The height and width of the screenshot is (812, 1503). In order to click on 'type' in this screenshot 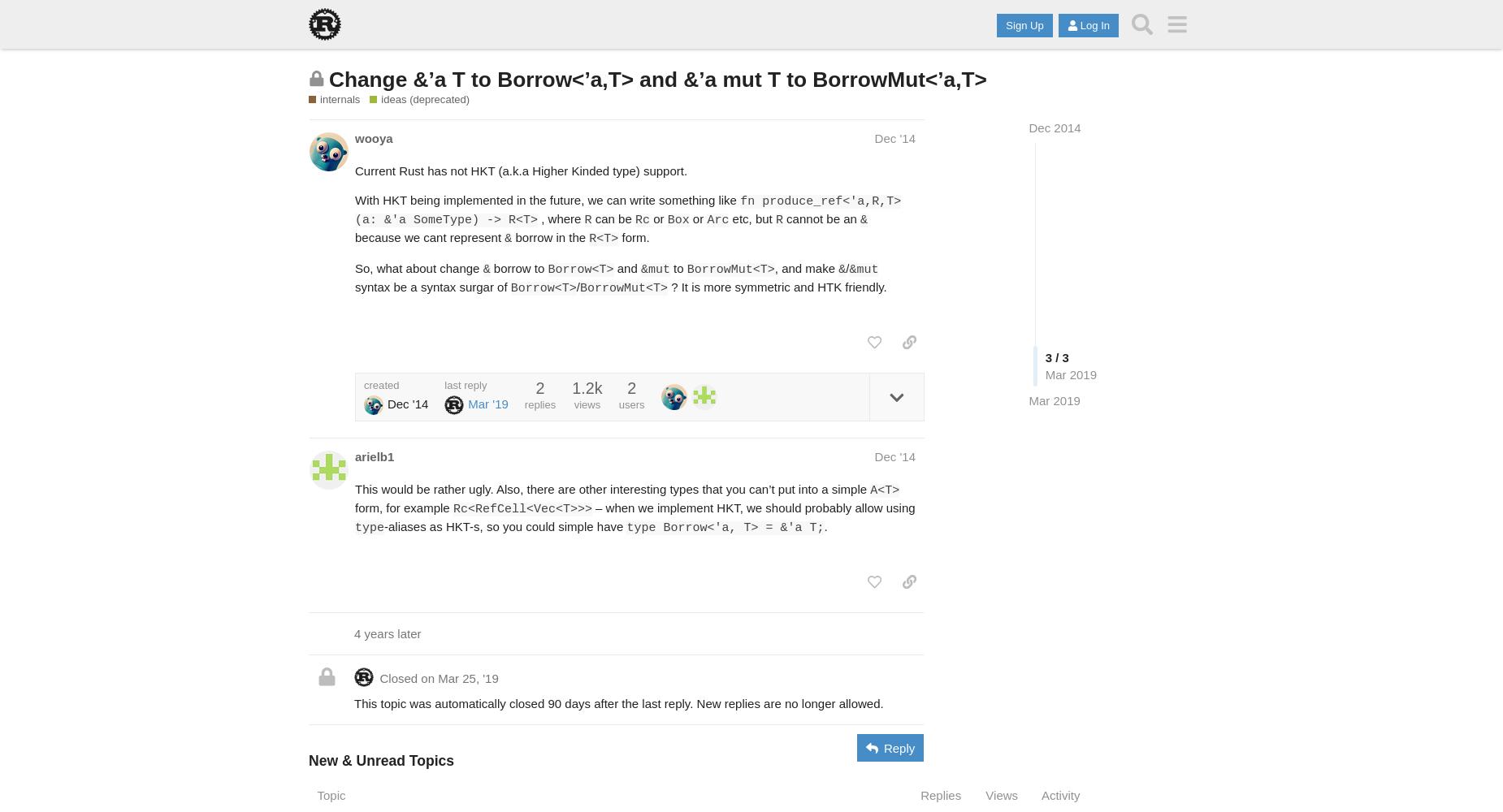, I will do `click(368, 528)`.